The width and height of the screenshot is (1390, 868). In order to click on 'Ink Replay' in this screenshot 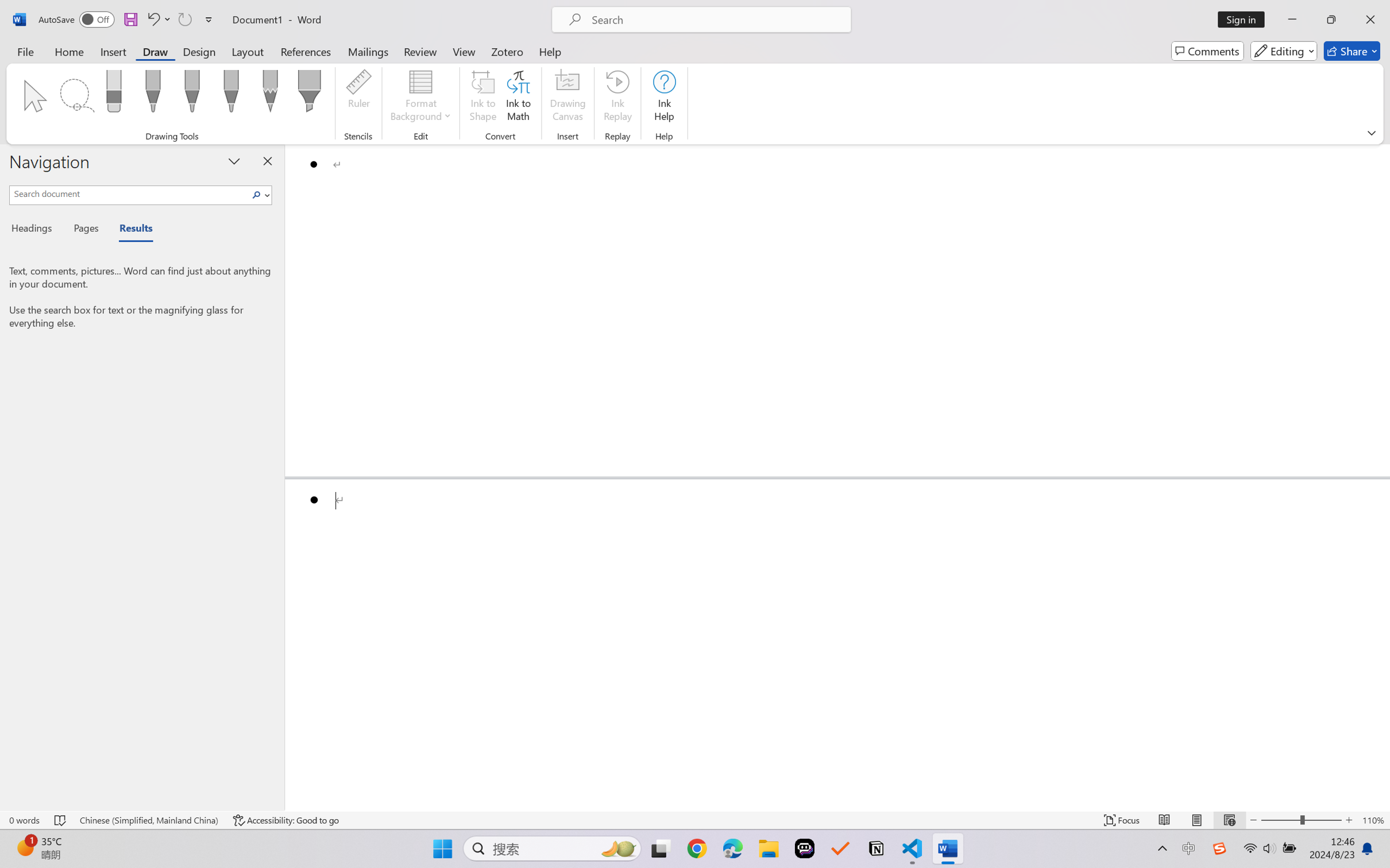, I will do `click(617, 98)`.